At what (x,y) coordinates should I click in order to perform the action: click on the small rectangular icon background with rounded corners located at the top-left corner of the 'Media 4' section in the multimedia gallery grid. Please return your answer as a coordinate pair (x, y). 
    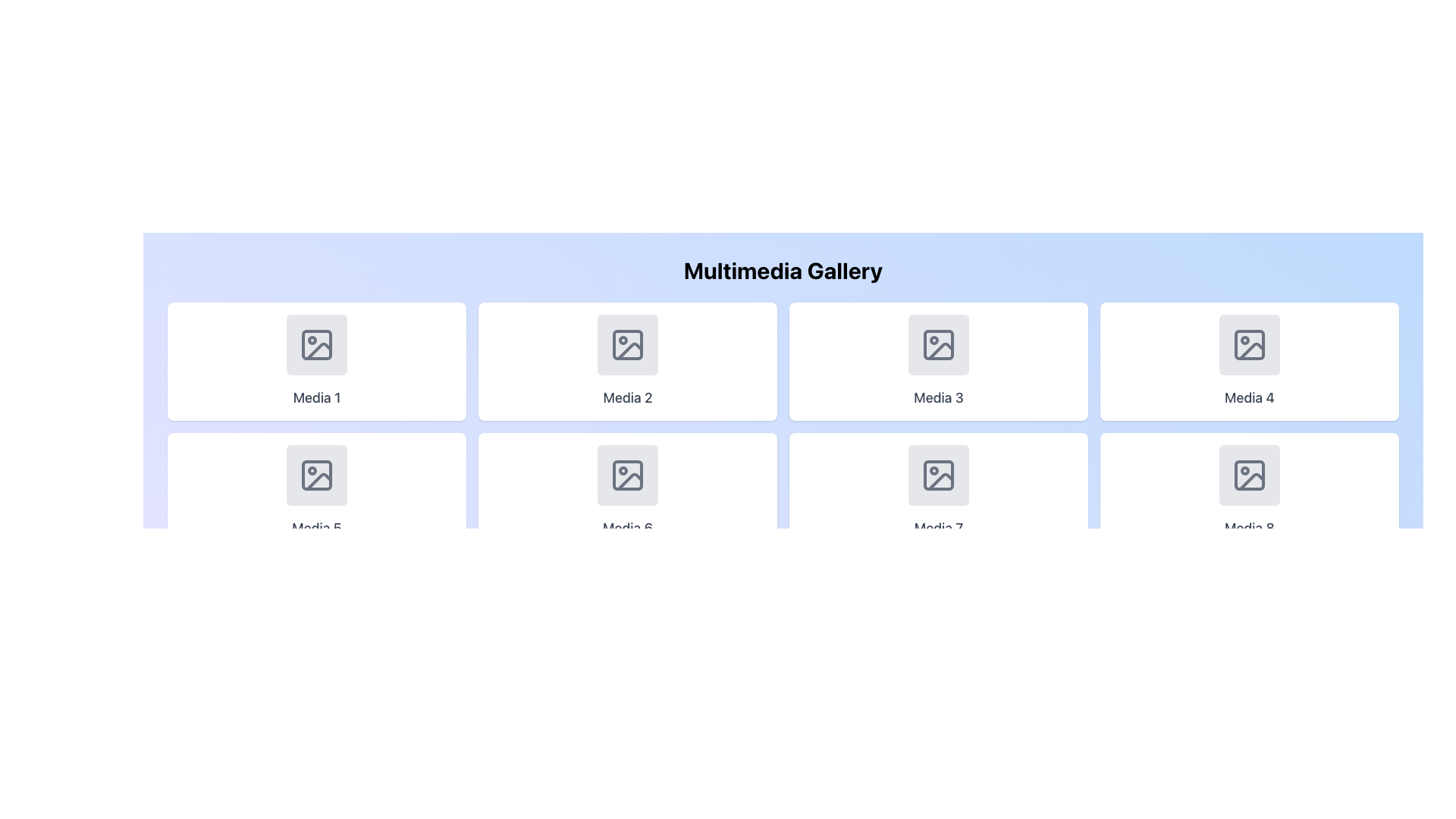
    Looking at the image, I should click on (1249, 345).